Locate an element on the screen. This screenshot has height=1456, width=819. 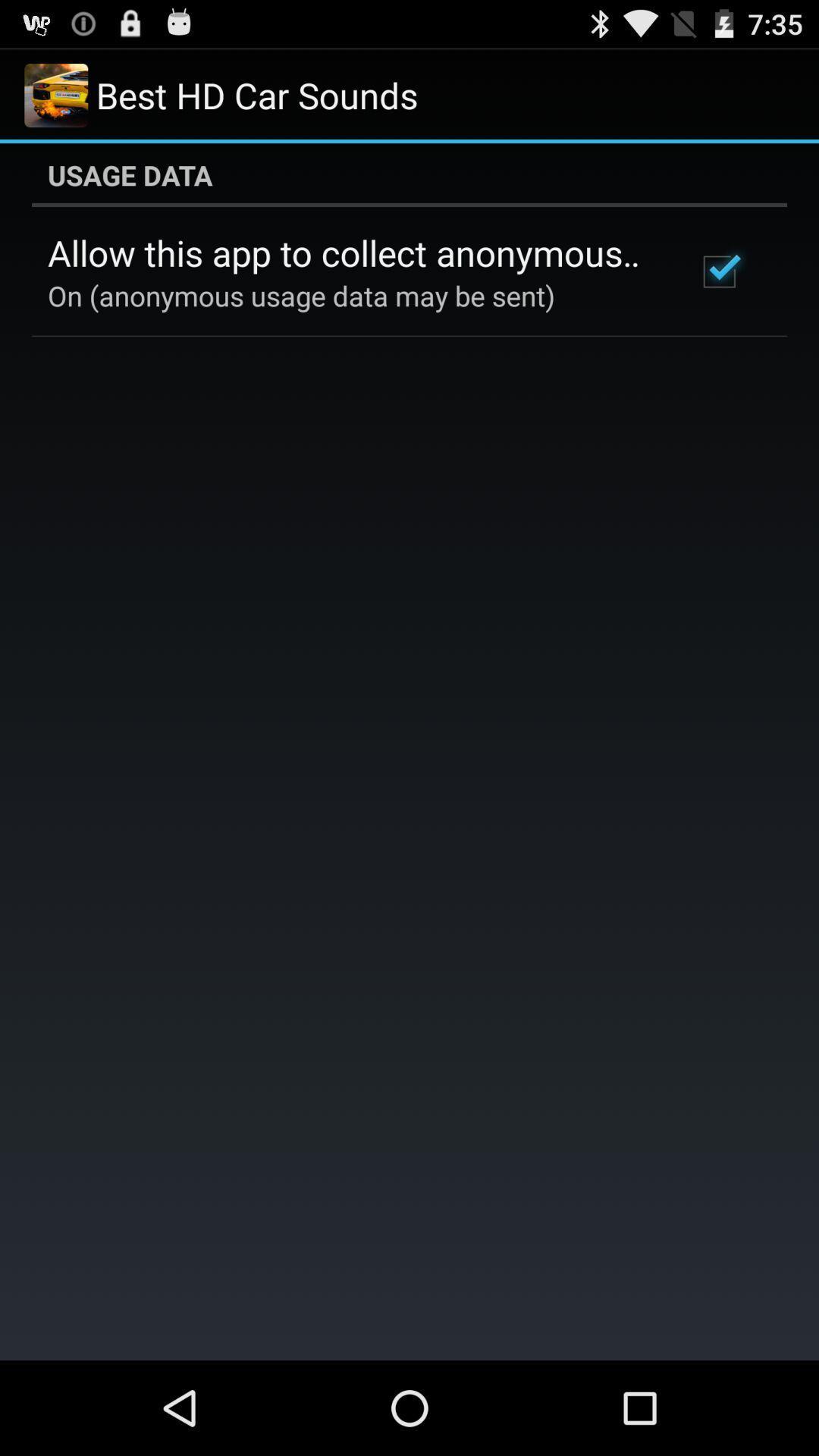
icon above the on anonymous usage is located at coordinates (351, 253).